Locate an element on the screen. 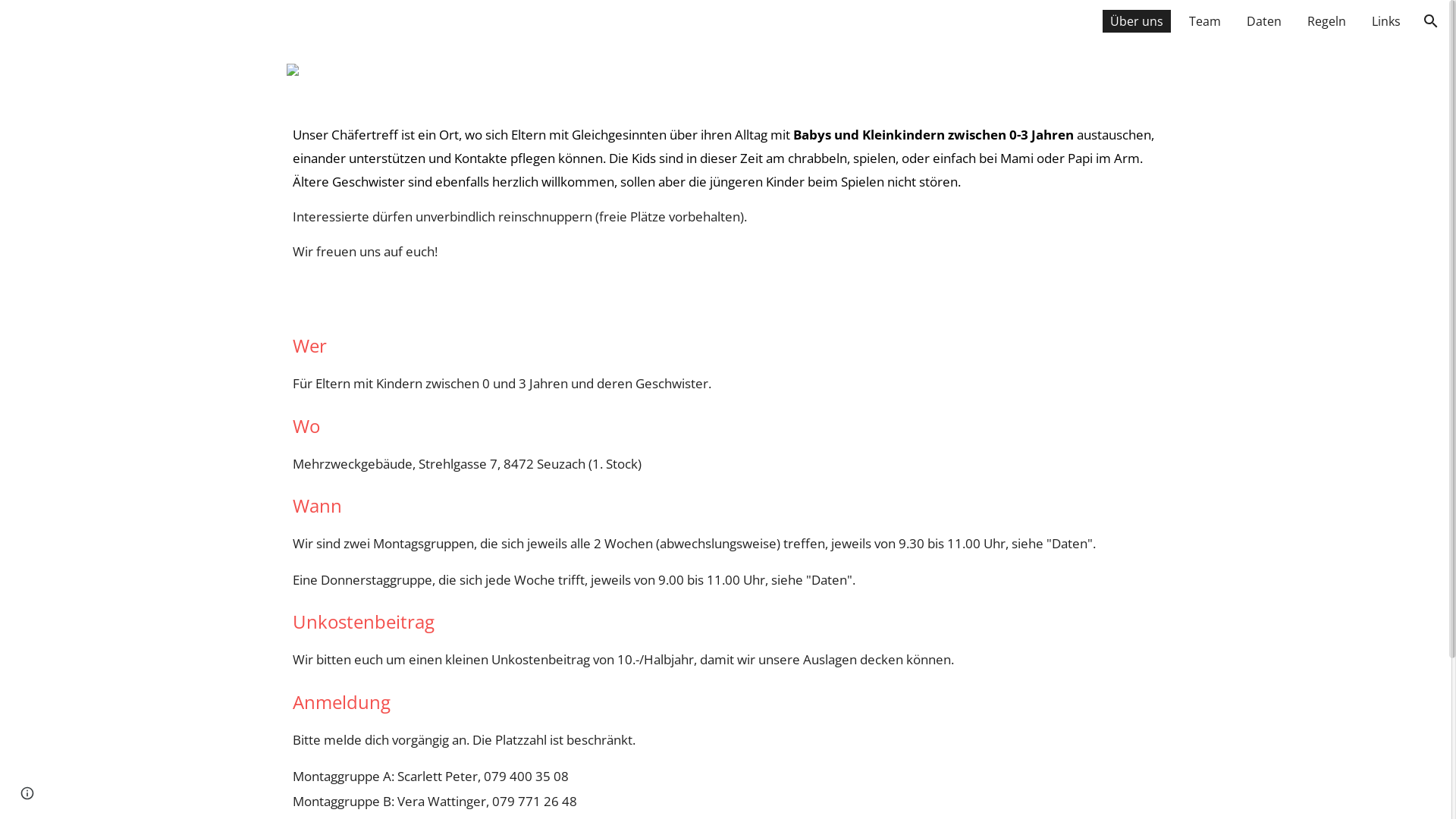  'Regeln' is located at coordinates (1326, 20).